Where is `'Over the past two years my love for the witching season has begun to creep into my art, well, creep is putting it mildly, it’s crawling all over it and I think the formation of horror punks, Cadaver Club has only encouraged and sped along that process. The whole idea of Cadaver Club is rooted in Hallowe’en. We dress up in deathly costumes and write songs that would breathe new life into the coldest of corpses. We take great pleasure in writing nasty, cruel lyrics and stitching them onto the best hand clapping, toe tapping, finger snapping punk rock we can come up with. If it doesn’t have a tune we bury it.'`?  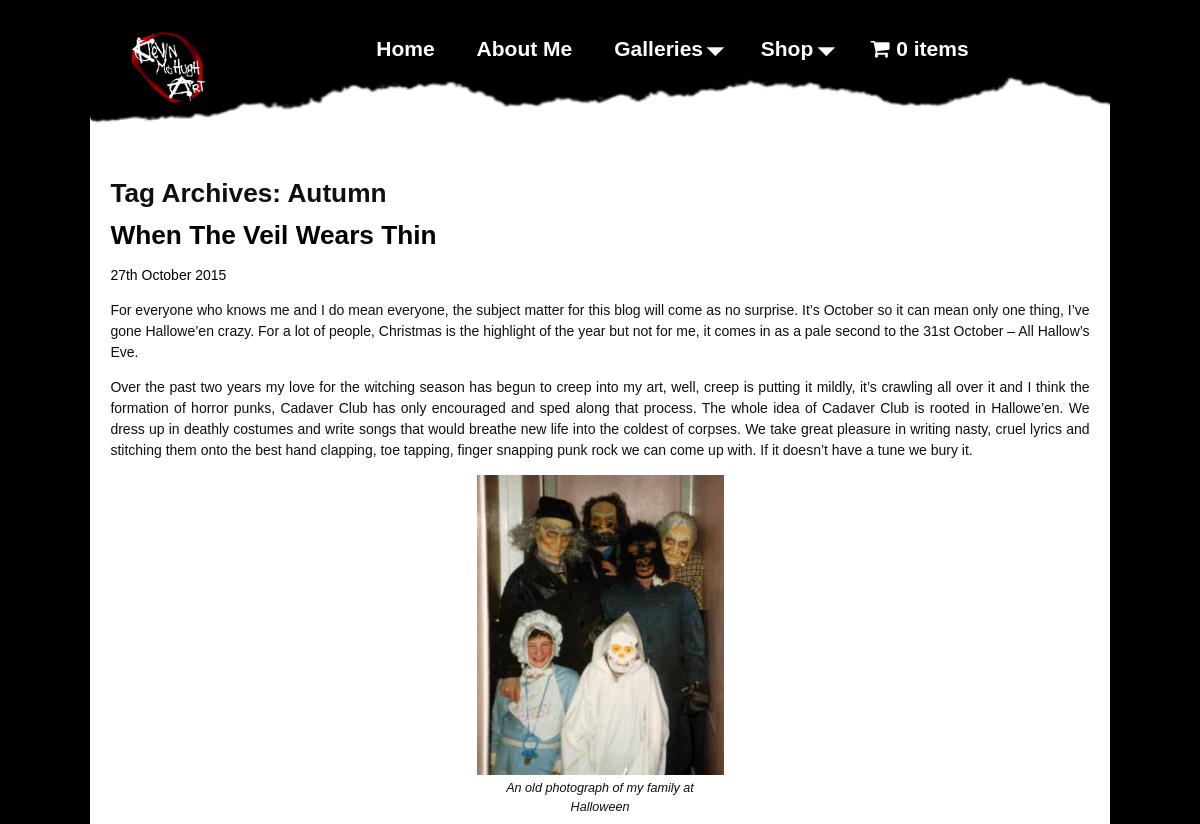 'Over the past two years my love for the witching season has begun to creep into my art, well, creep is putting it mildly, it’s crawling all over it and I think the formation of horror punks, Cadaver Club has only encouraged and sped along that process. The whole idea of Cadaver Club is rooted in Hallowe’en. We dress up in deathly costumes and write songs that would breathe new life into the coldest of corpses. We take great pleasure in writing nasty, cruel lyrics and stitching them onto the best hand clapping, toe tapping, finger snapping punk rock we can come up with. If it doesn’t have a tune we bury it.' is located at coordinates (598, 417).